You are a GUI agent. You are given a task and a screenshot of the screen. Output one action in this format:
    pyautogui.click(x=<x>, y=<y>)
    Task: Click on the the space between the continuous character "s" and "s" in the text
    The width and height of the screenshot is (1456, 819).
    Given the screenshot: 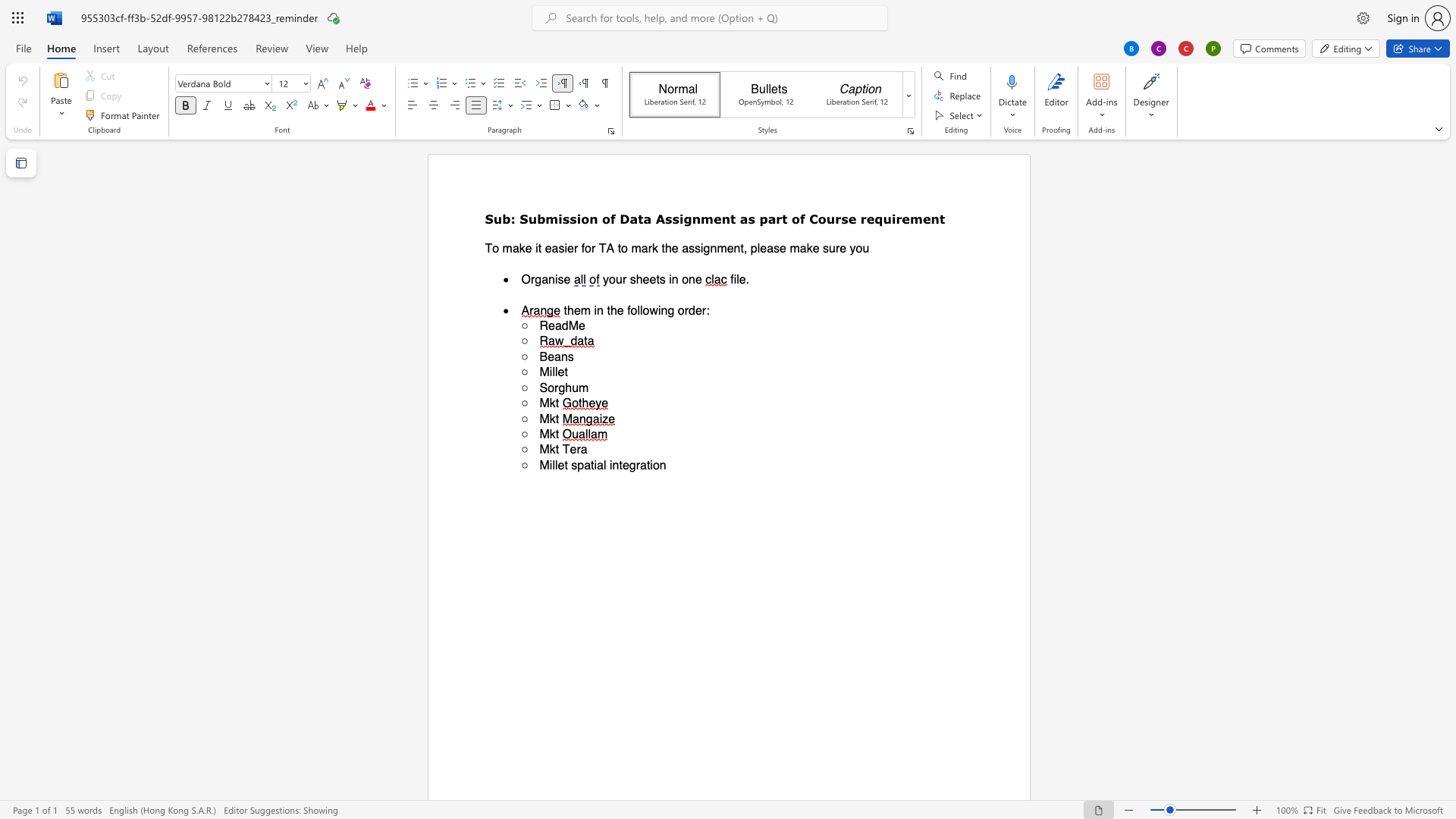 What is the action you would take?
    pyautogui.click(x=569, y=218)
    